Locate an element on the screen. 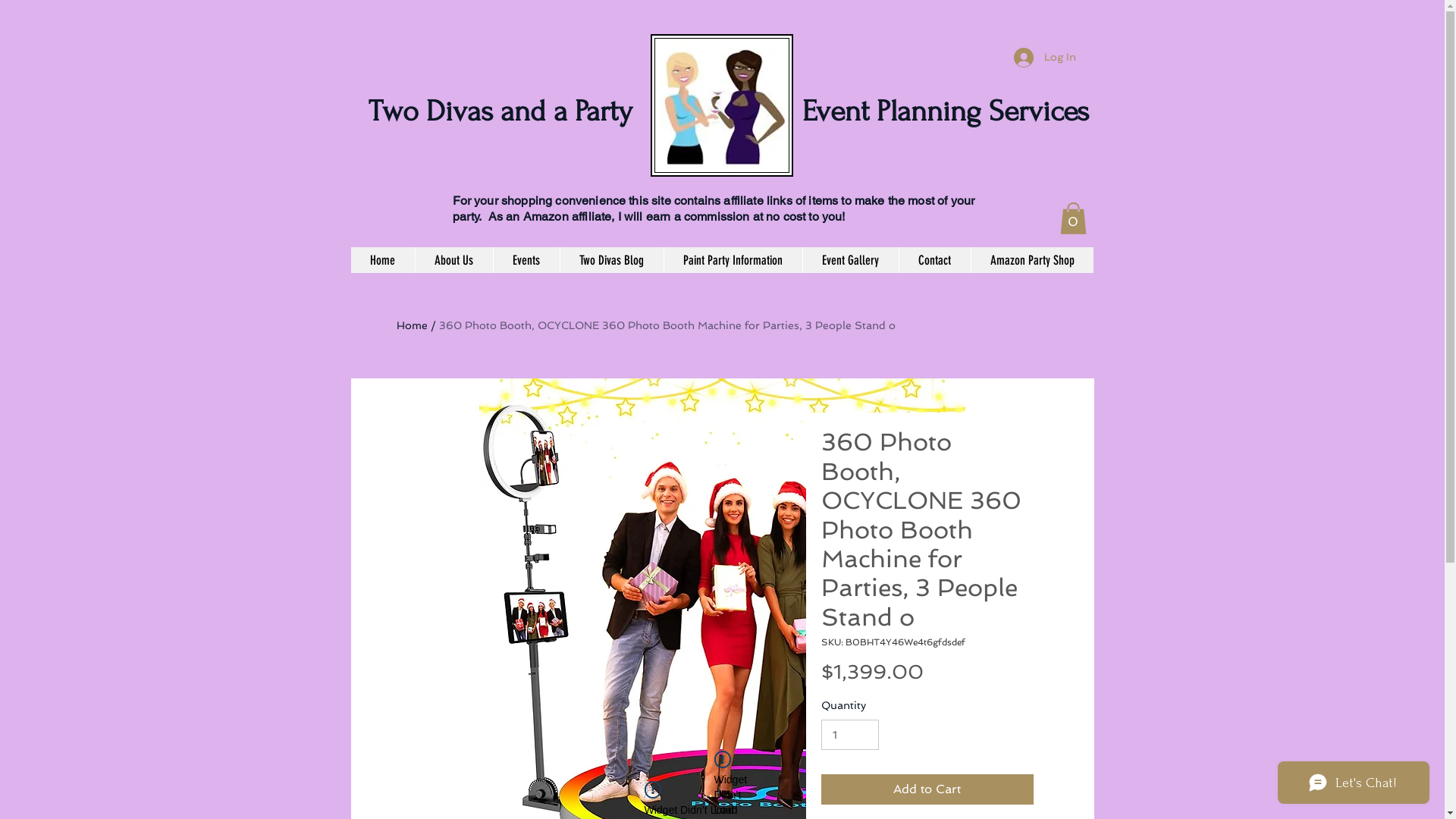 Image resolution: width=1456 pixels, height=819 pixels. 'Log In' is located at coordinates (1043, 57).